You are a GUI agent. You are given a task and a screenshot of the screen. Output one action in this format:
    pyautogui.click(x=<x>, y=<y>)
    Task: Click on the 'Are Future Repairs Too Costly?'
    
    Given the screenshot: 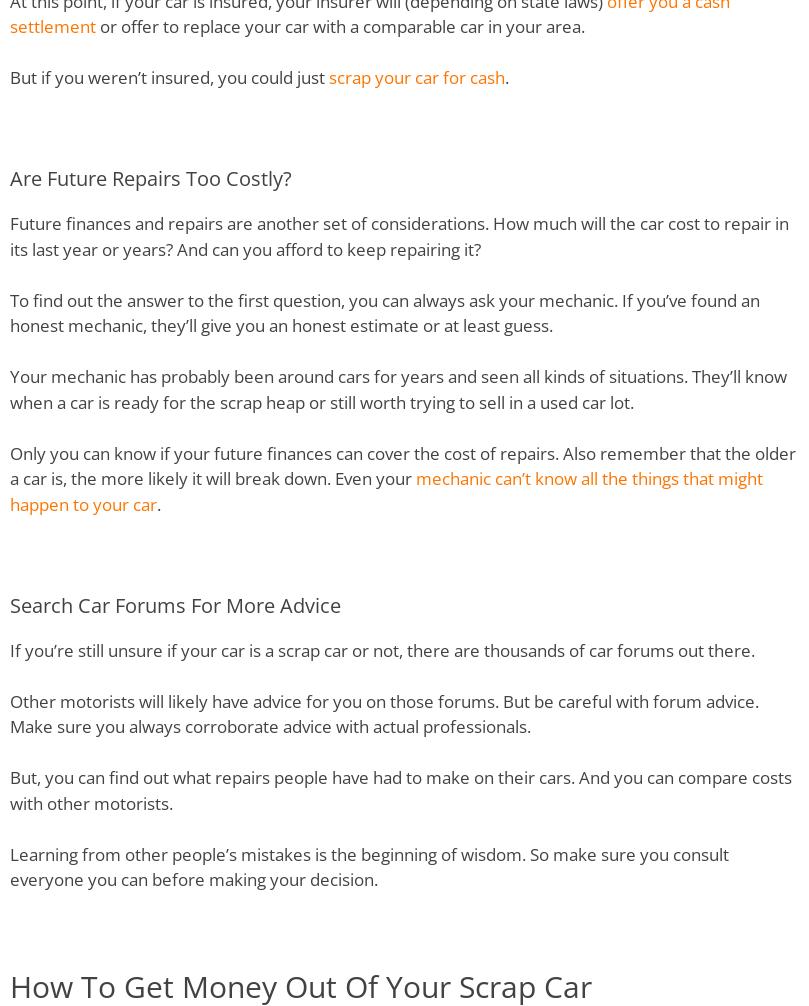 What is the action you would take?
    pyautogui.click(x=150, y=178)
    